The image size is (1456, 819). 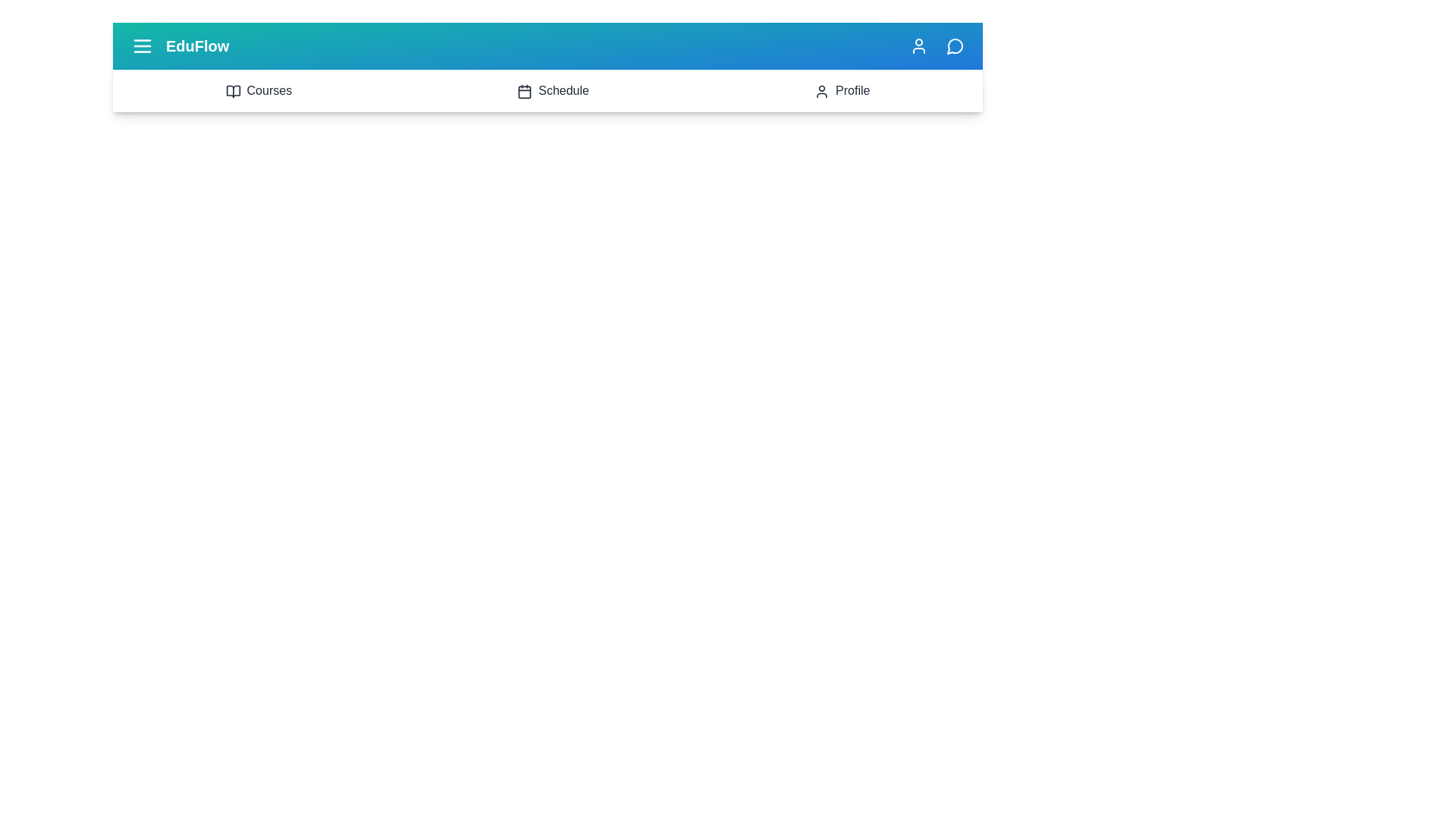 What do you see at coordinates (259, 90) in the screenshot?
I see `the 'Courses' section to navigate to it` at bounding box center [259, 90].